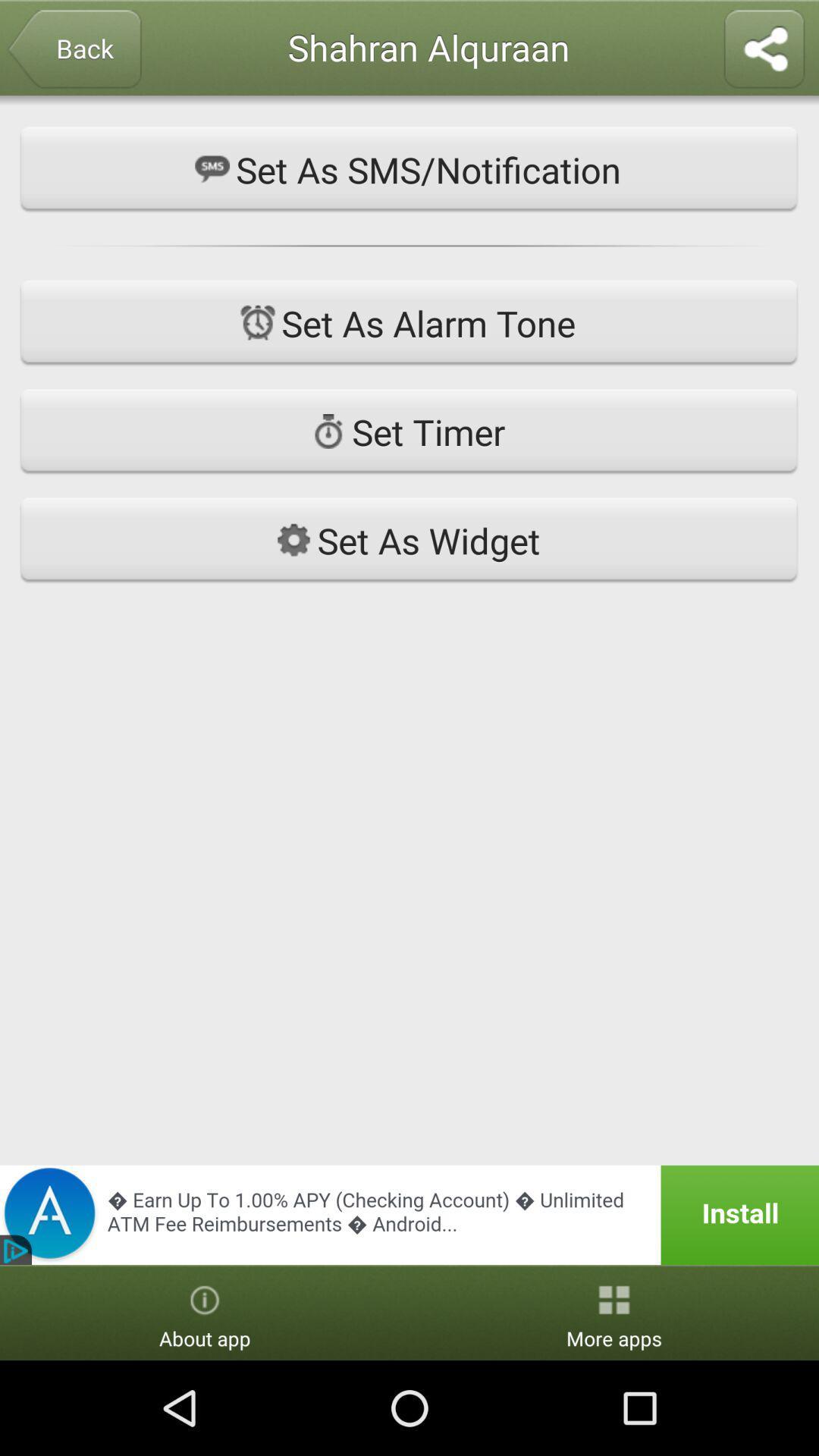 The width and height of the screenshot is (819, 1456). Describe the element at coordinates (764, 50) in the screenshot. I see `share button` at that location.